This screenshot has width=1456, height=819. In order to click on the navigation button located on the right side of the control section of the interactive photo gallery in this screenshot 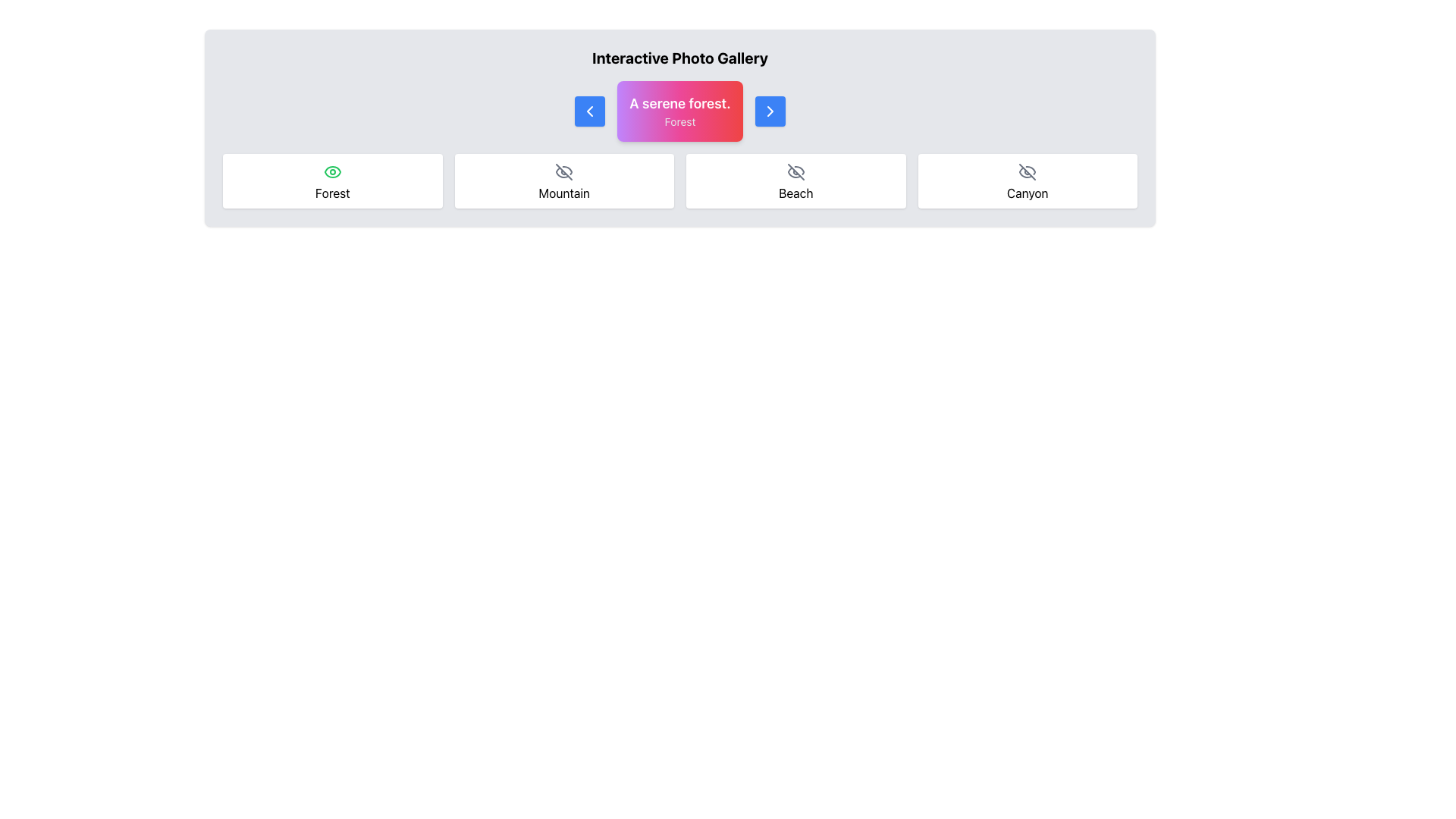, I will do `click(770, 110)`.